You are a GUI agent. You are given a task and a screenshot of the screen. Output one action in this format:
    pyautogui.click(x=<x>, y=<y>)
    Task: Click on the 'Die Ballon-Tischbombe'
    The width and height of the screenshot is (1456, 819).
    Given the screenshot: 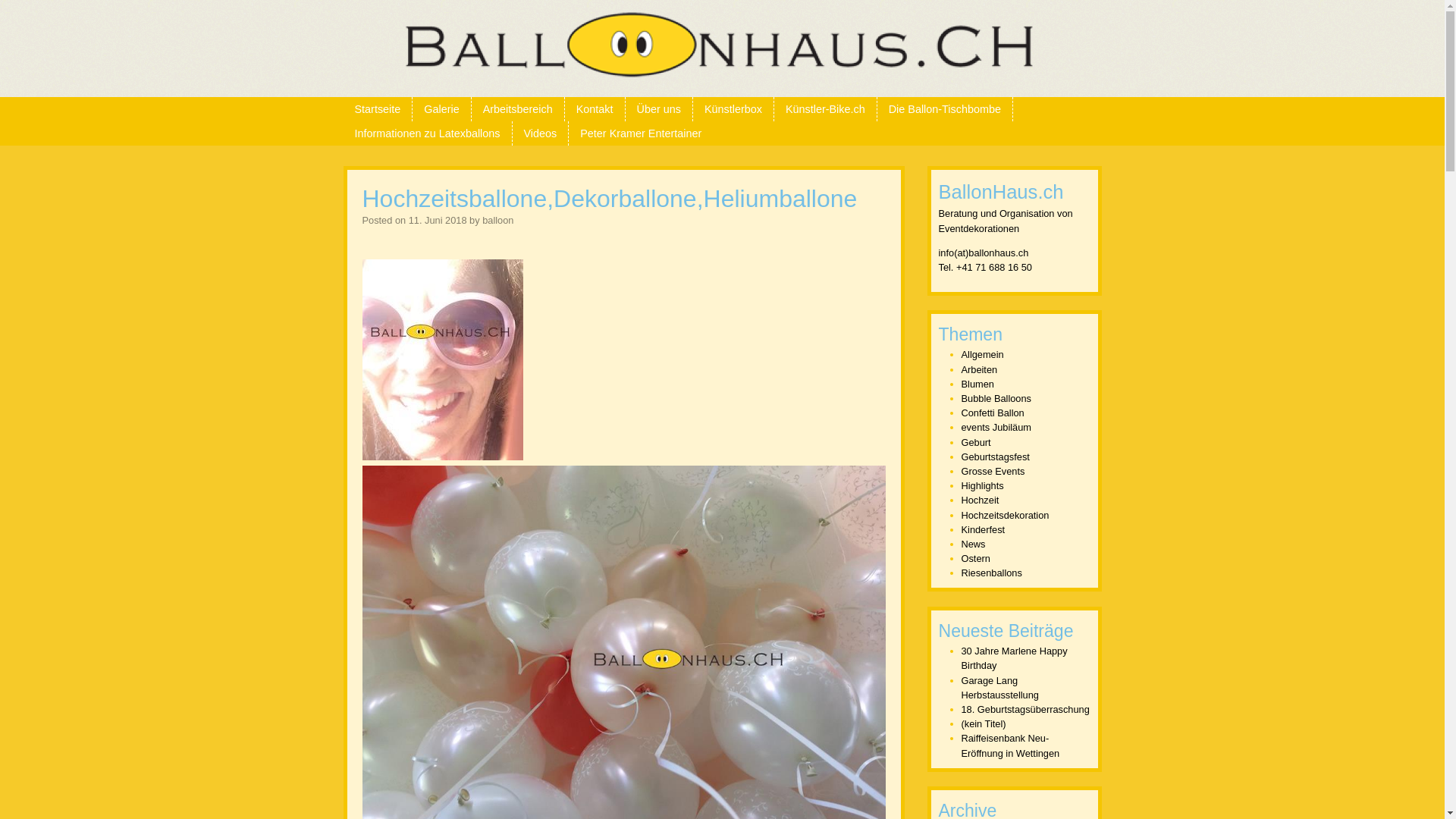 What is the action you would take?
    pyautogui.click(x=944, y=108)
    